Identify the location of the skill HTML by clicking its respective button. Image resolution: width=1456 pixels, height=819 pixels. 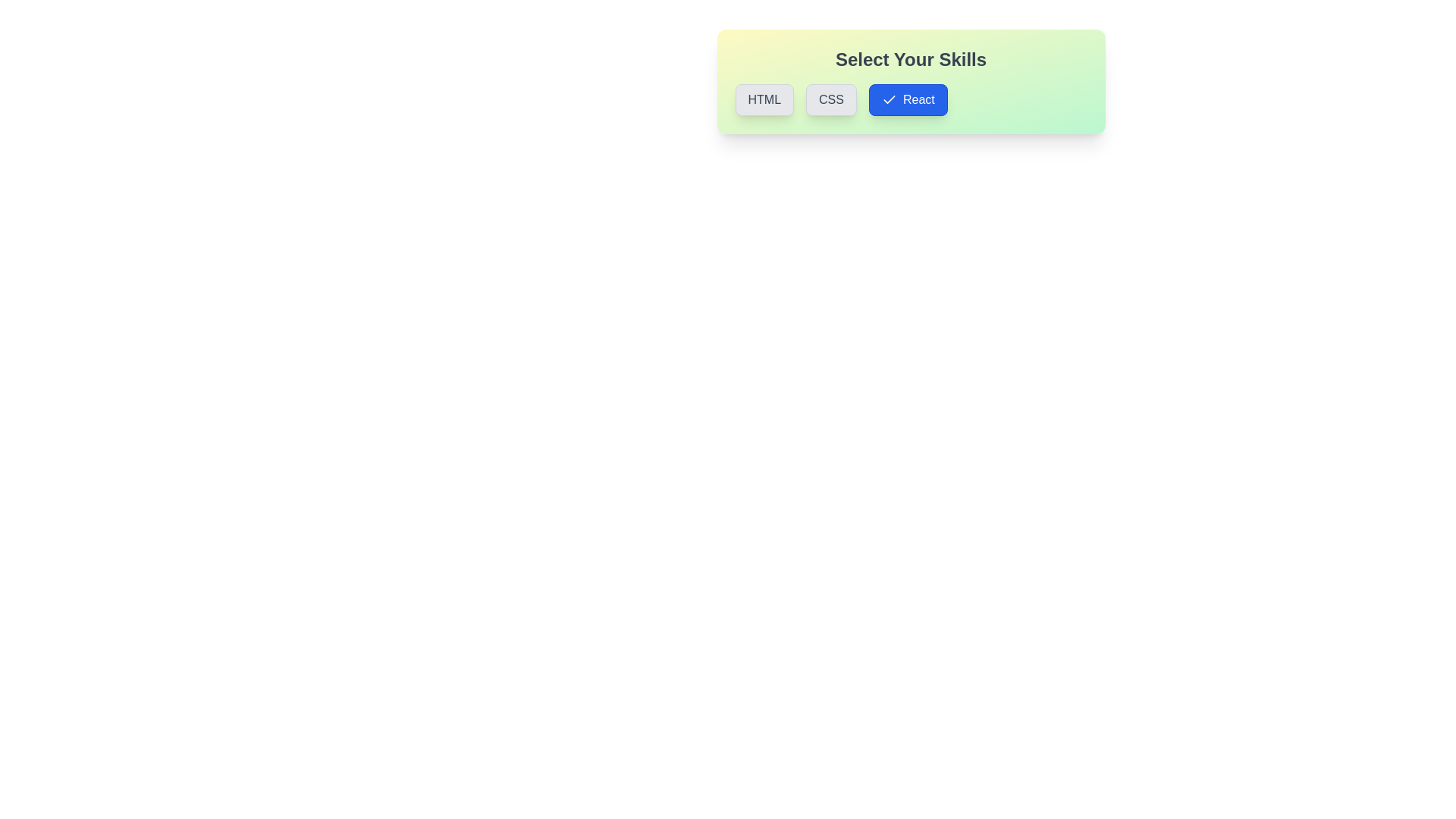
(764, 99).